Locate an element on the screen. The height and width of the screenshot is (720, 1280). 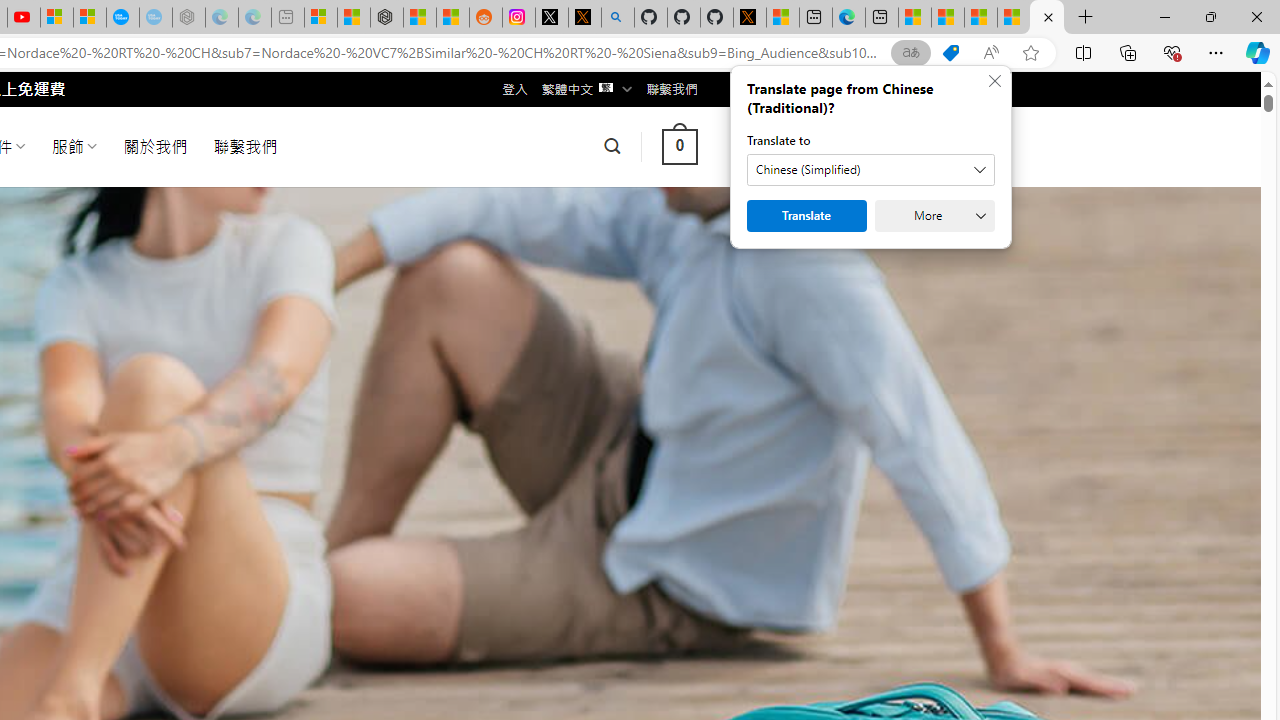
'Translate to' is located at coordinates (871, 168).